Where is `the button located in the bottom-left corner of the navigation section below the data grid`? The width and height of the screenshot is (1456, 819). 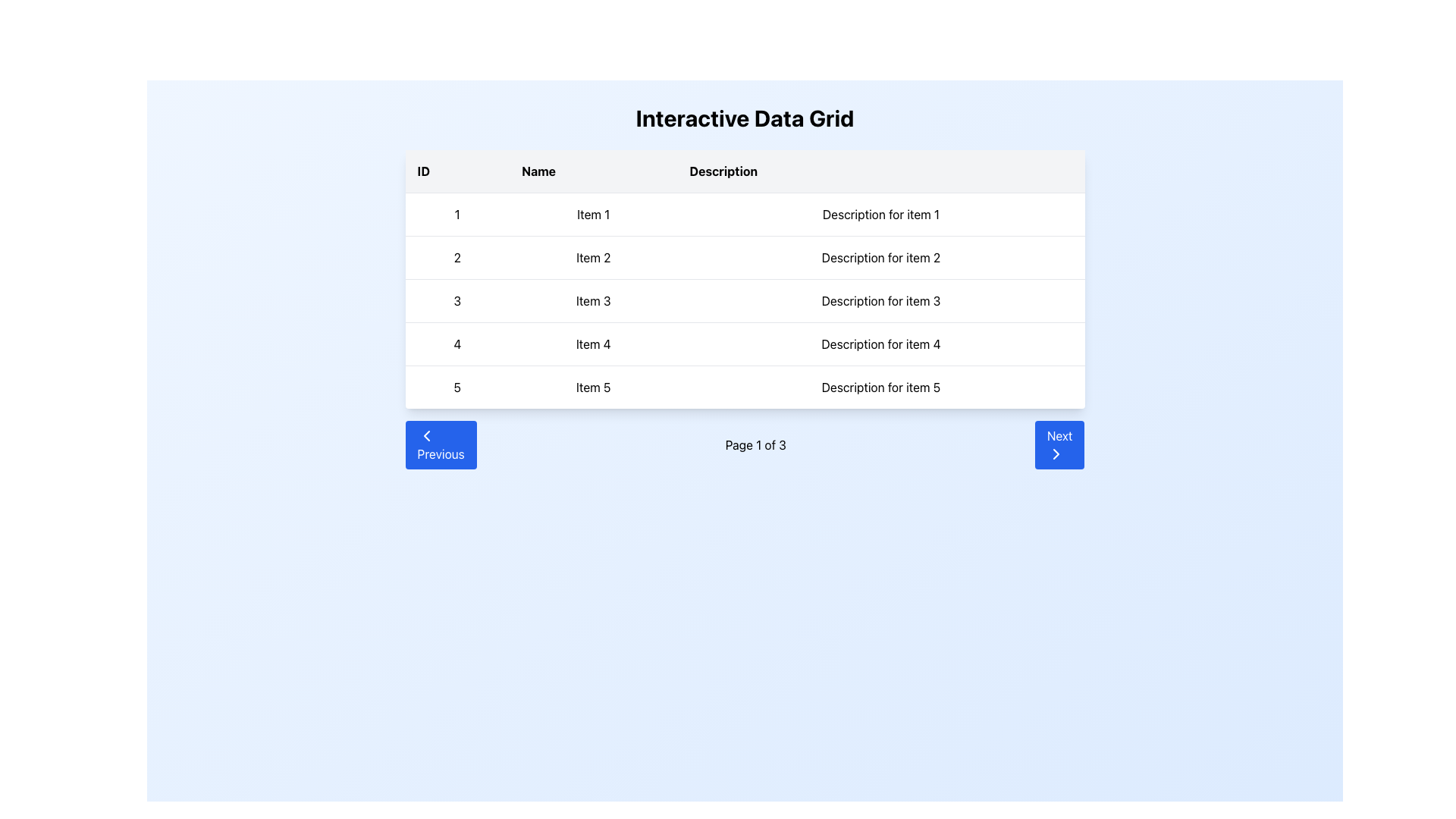
the button located in the bottom-left corner of the navigation section below the data grid is located at coordinates (440, 444).